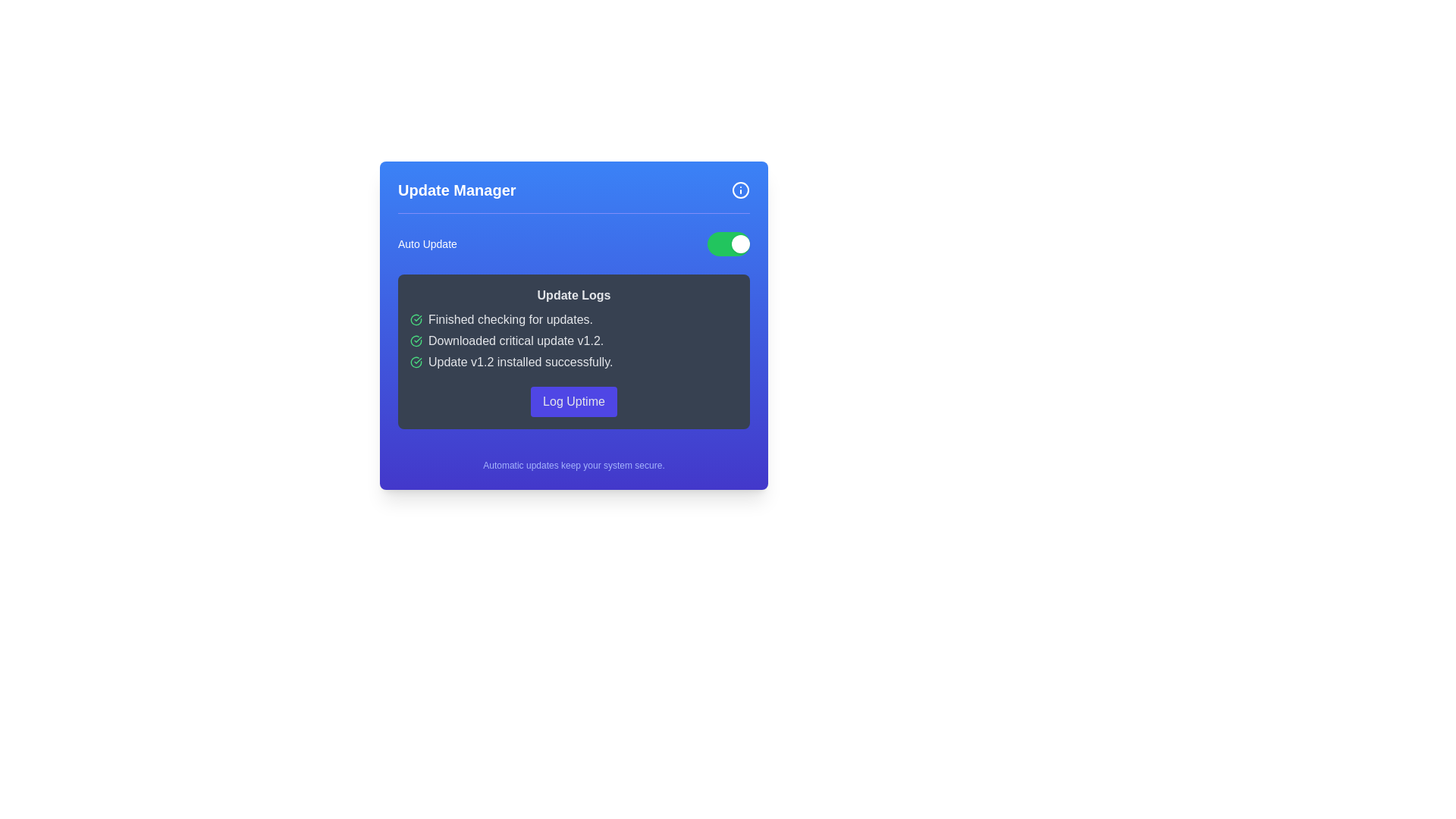 This screenshot has width=1456, height=819. What do you see at coordinates (573, 400) in the screenshot?
I see `the button located at the bottom center of the 'Update Logs' section` at bounding box center [573, 400].